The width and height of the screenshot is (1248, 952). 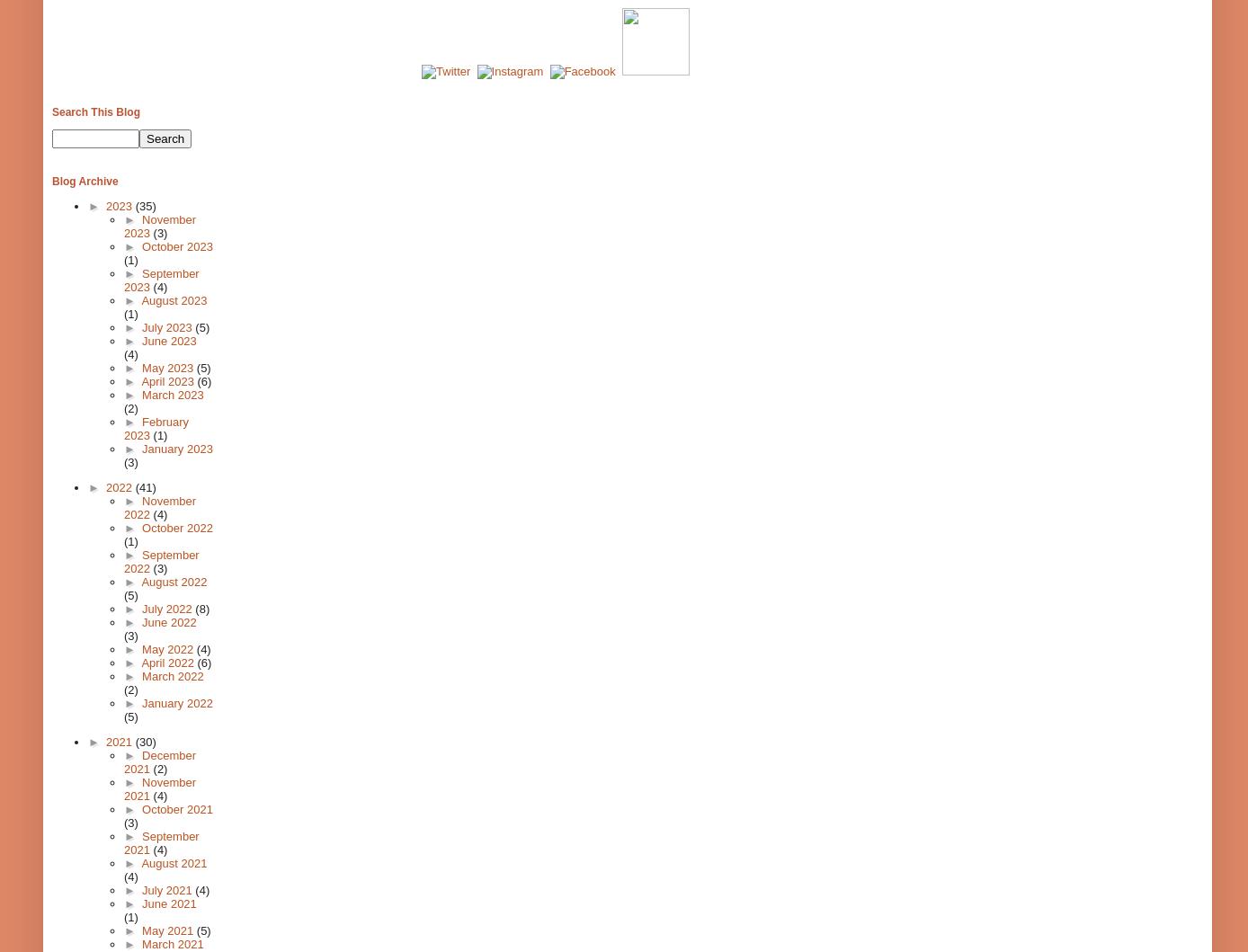 What do you see at coordinates (167, 609) in the screenshot?
I see `'July 2022'` at bounding box center [167, 609].